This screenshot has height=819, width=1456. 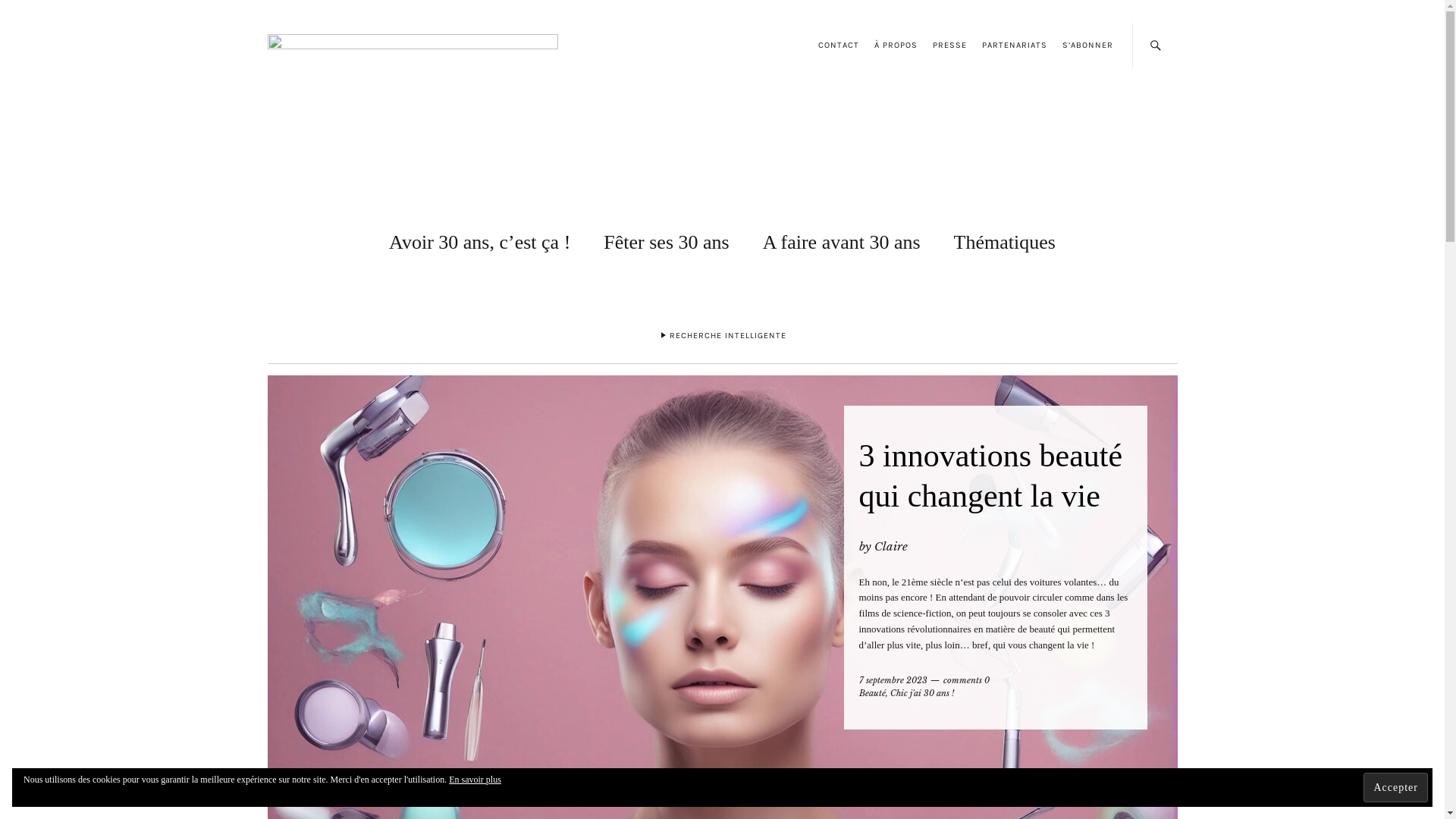 What do you see at coordinates (890, 693) in the screenshot?
I see `'Chic j'ai 30 ans !'` at bounding box center [890, 693].